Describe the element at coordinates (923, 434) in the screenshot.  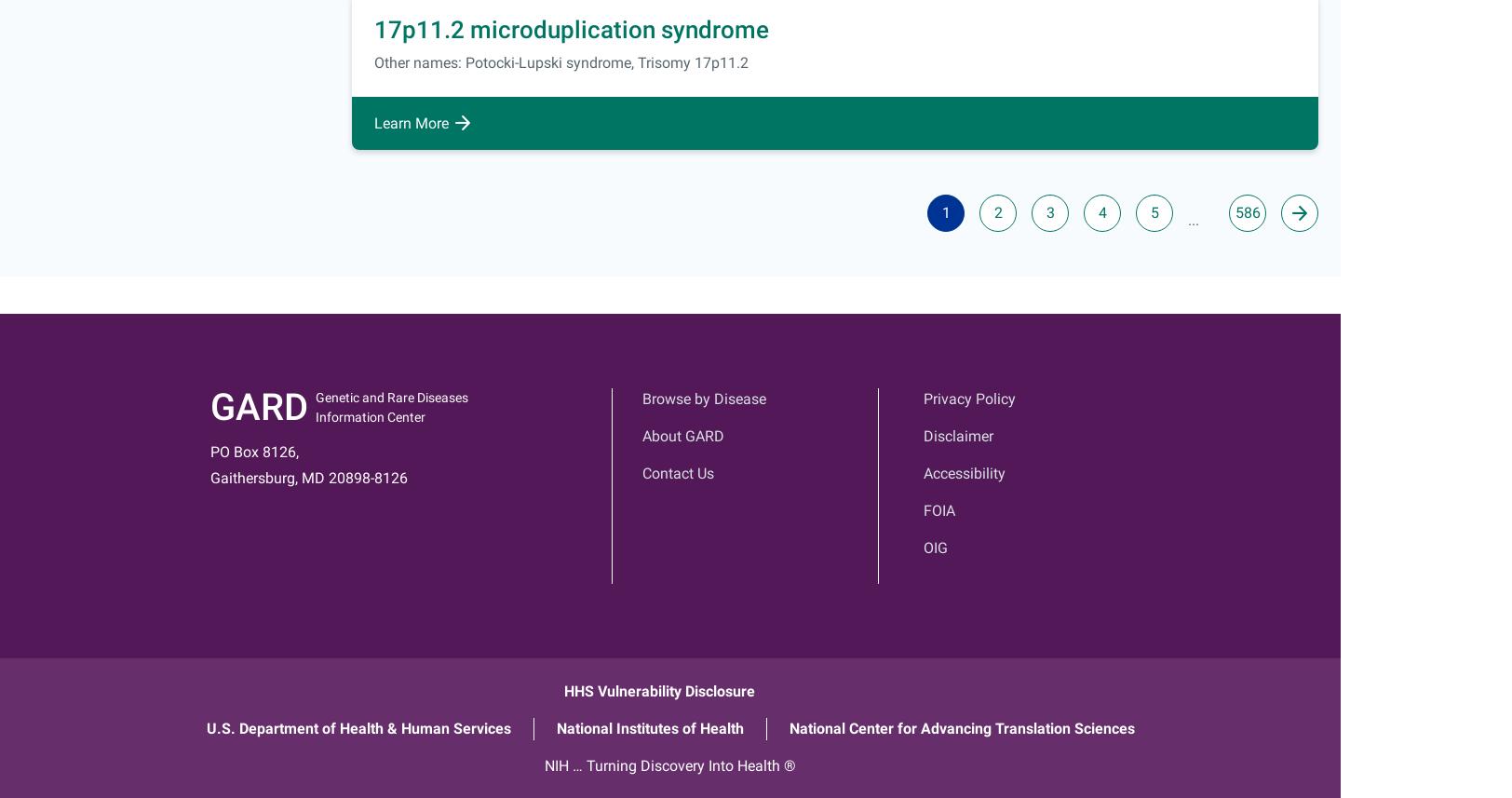
I see `'Disclaimer'` at that location.